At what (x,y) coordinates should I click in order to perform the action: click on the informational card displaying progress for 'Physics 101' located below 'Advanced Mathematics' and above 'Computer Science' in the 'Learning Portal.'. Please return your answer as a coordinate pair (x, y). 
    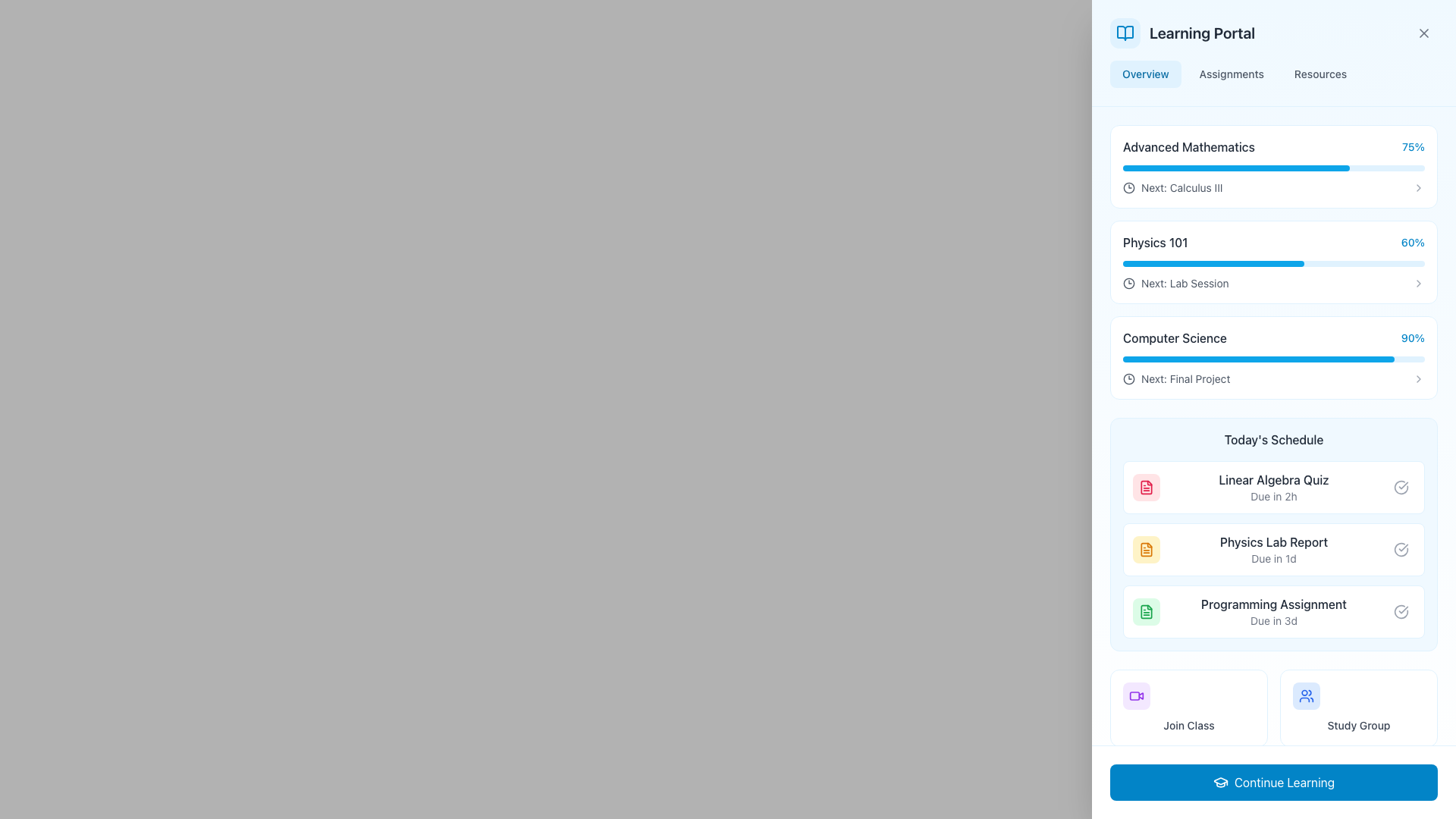
    Looking at the image, I should click on (1274, 262).